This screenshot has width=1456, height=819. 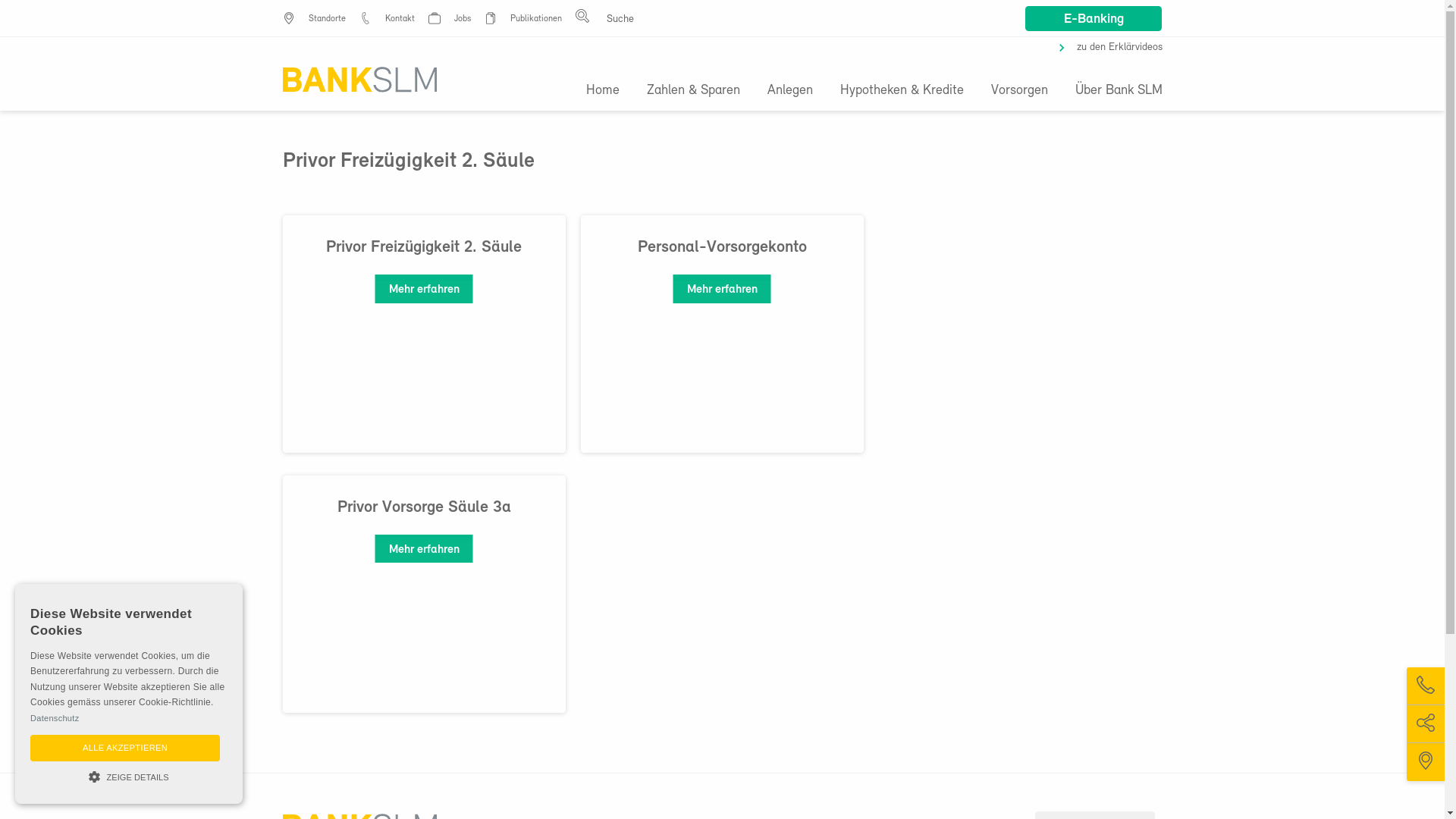 What do you see at coordinates (1025, 18) in the screenshot?
I see `'E-Banking'` at bounding box center [1025, 18].